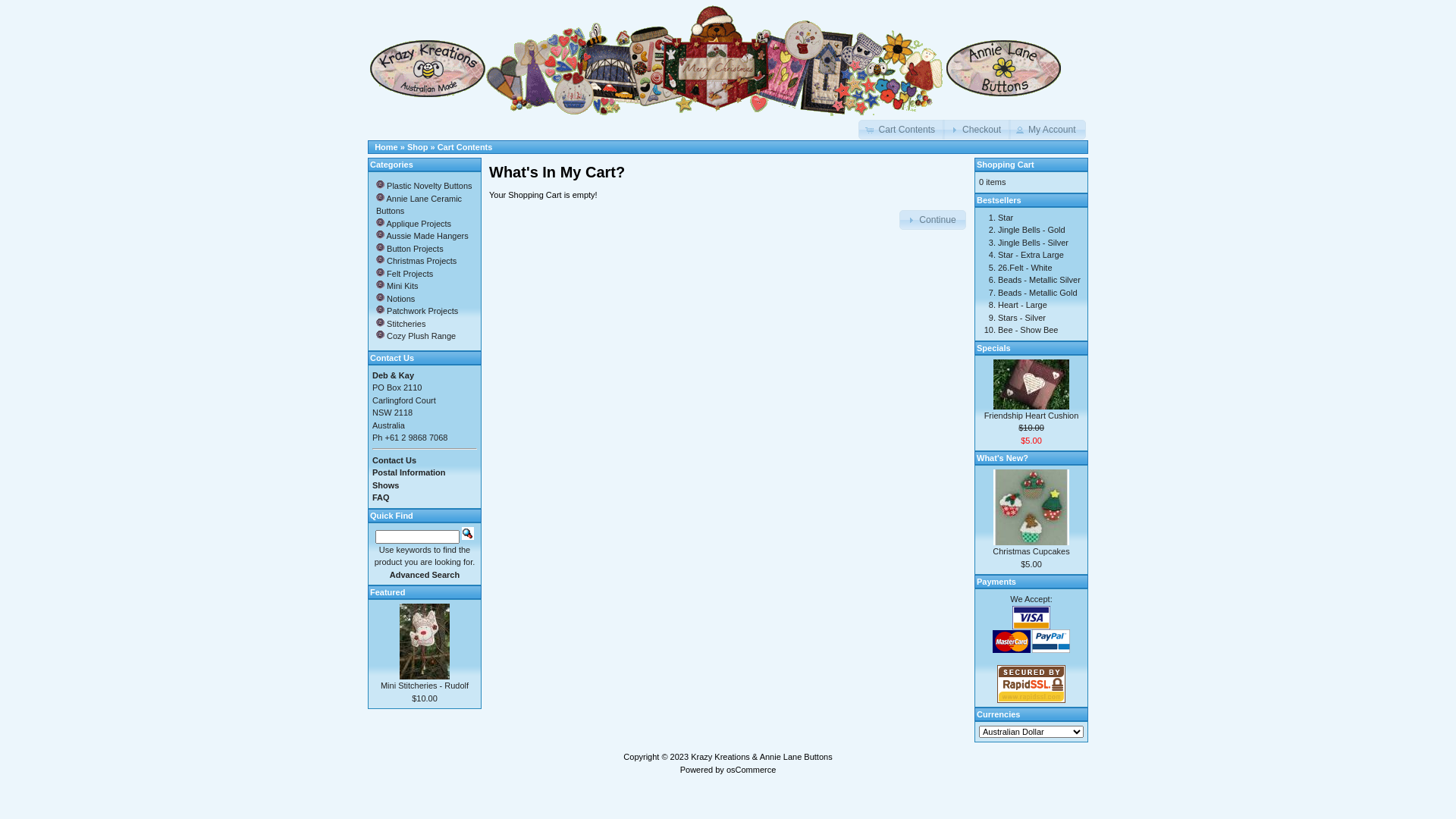 The image size is (1456, 819). Describe the element at coordinates (1037, 292) in the screenshot. I see `'Beads - Metallic Gold'` at that location.